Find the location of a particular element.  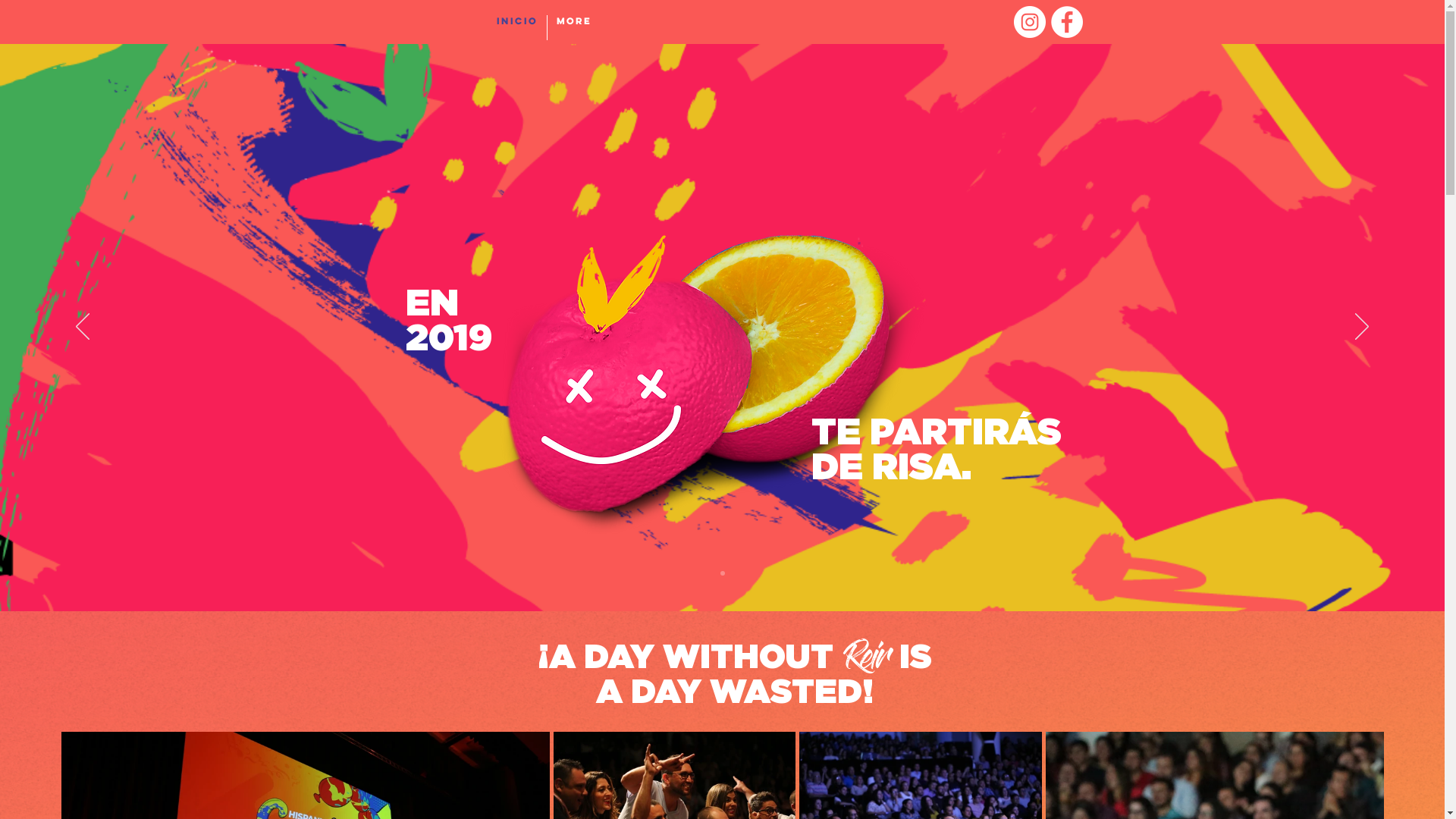

'Inicio' is located at coordinates (516, 27).